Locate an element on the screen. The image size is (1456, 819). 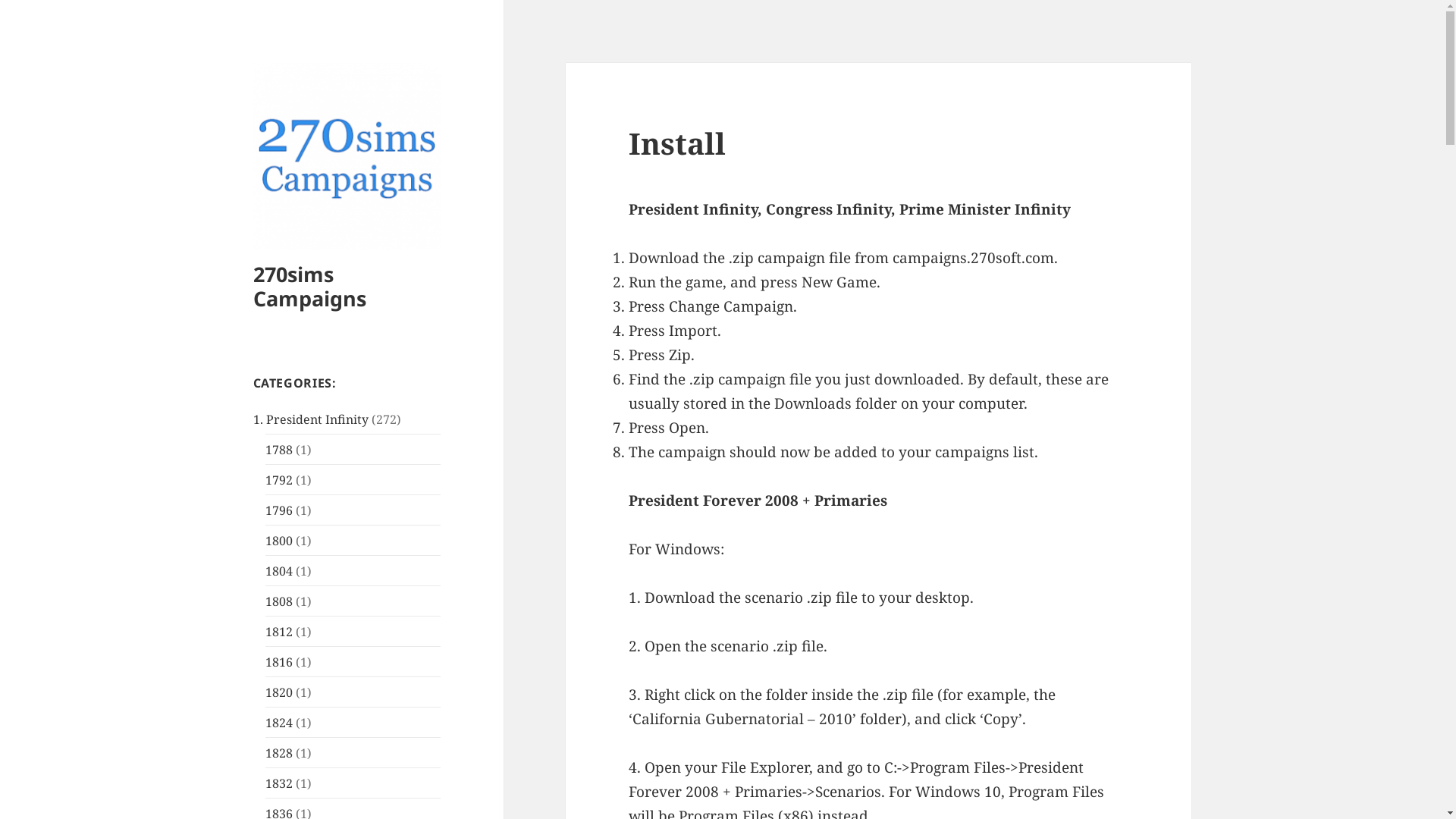
'1820' is located at coordinates (279, 692).